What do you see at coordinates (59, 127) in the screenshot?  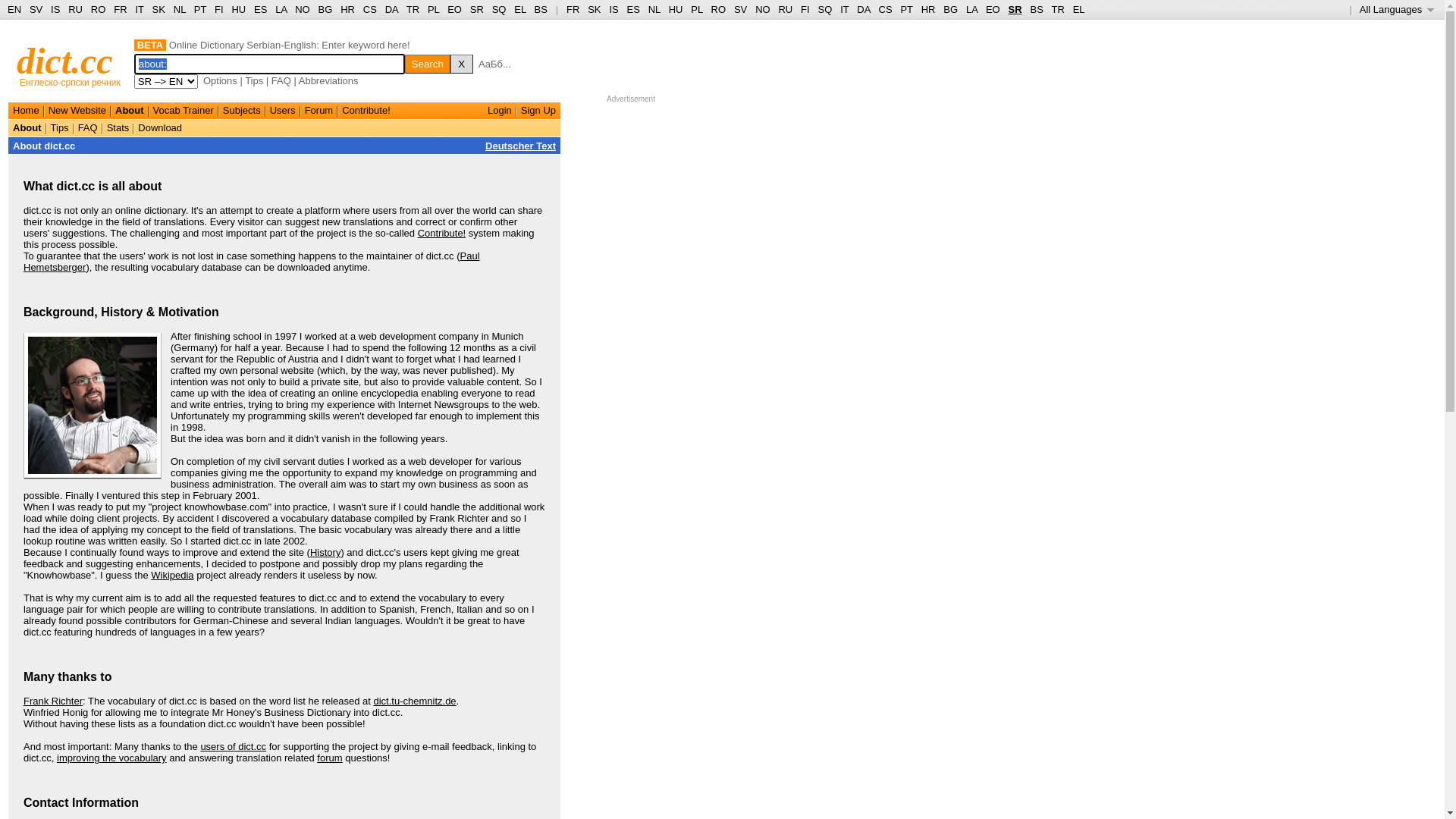 I see `'Tips'` at bounding box center [59, 127].